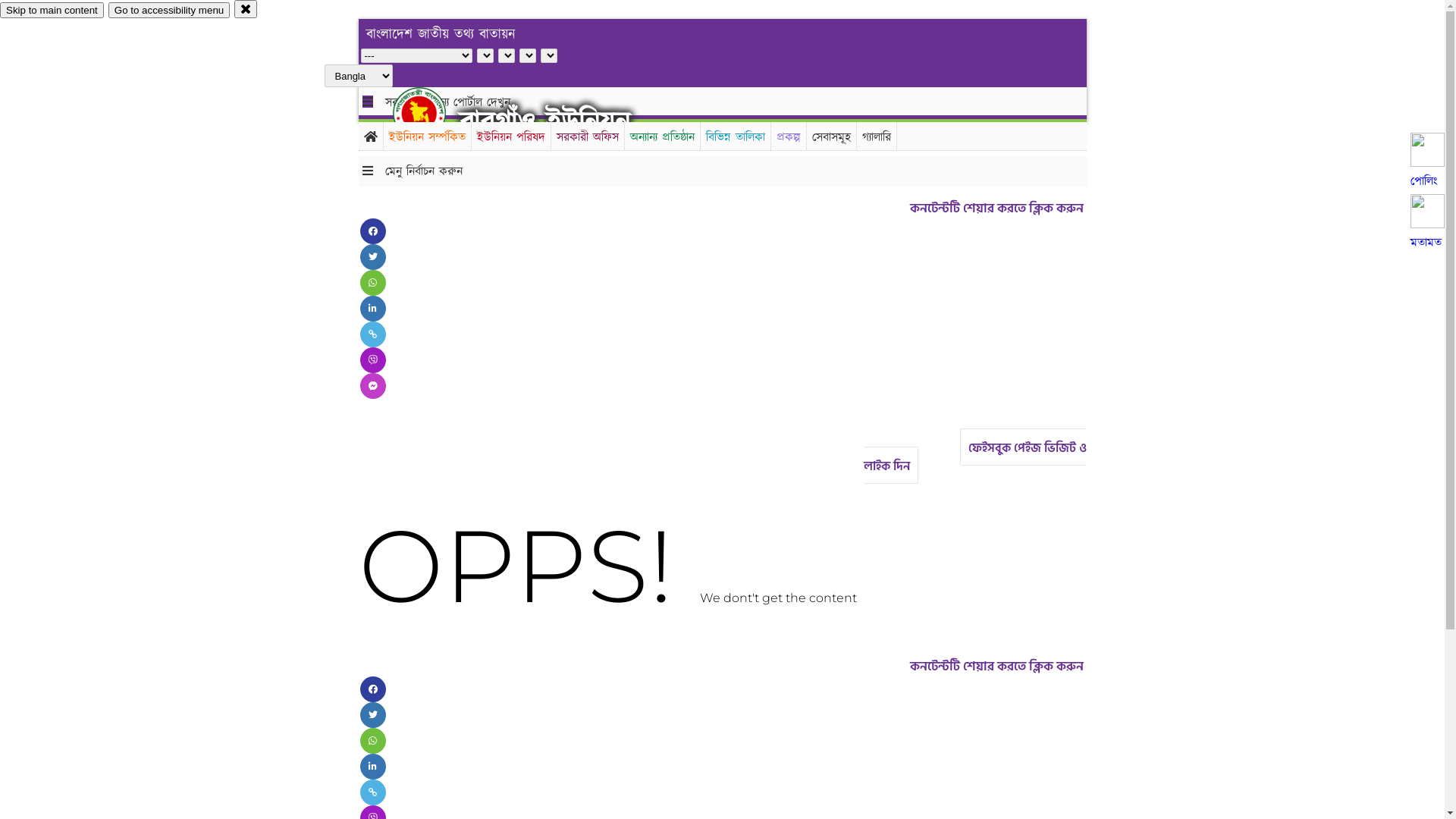 Image resolution: width=1456 pixels, height=819 pixels. I want to click on 'Go to accessibility menu', so click(168, 10).